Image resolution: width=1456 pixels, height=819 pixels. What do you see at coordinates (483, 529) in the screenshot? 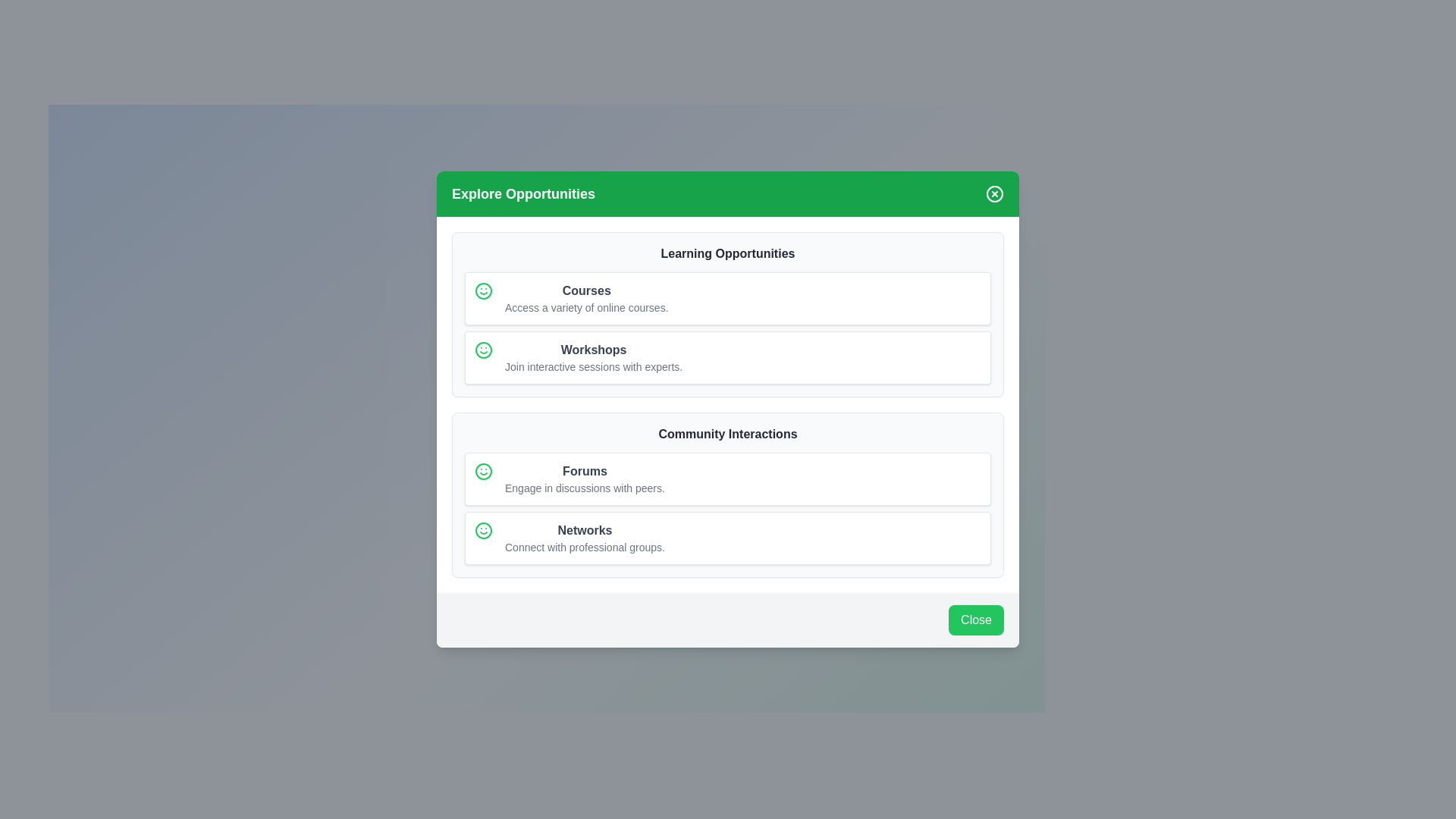
I see `the decorative circular boundary of the smiley face icon located to the left of the 'Networks' text in the 'Community Interactions' subsection` at bounding box center [483, 529].